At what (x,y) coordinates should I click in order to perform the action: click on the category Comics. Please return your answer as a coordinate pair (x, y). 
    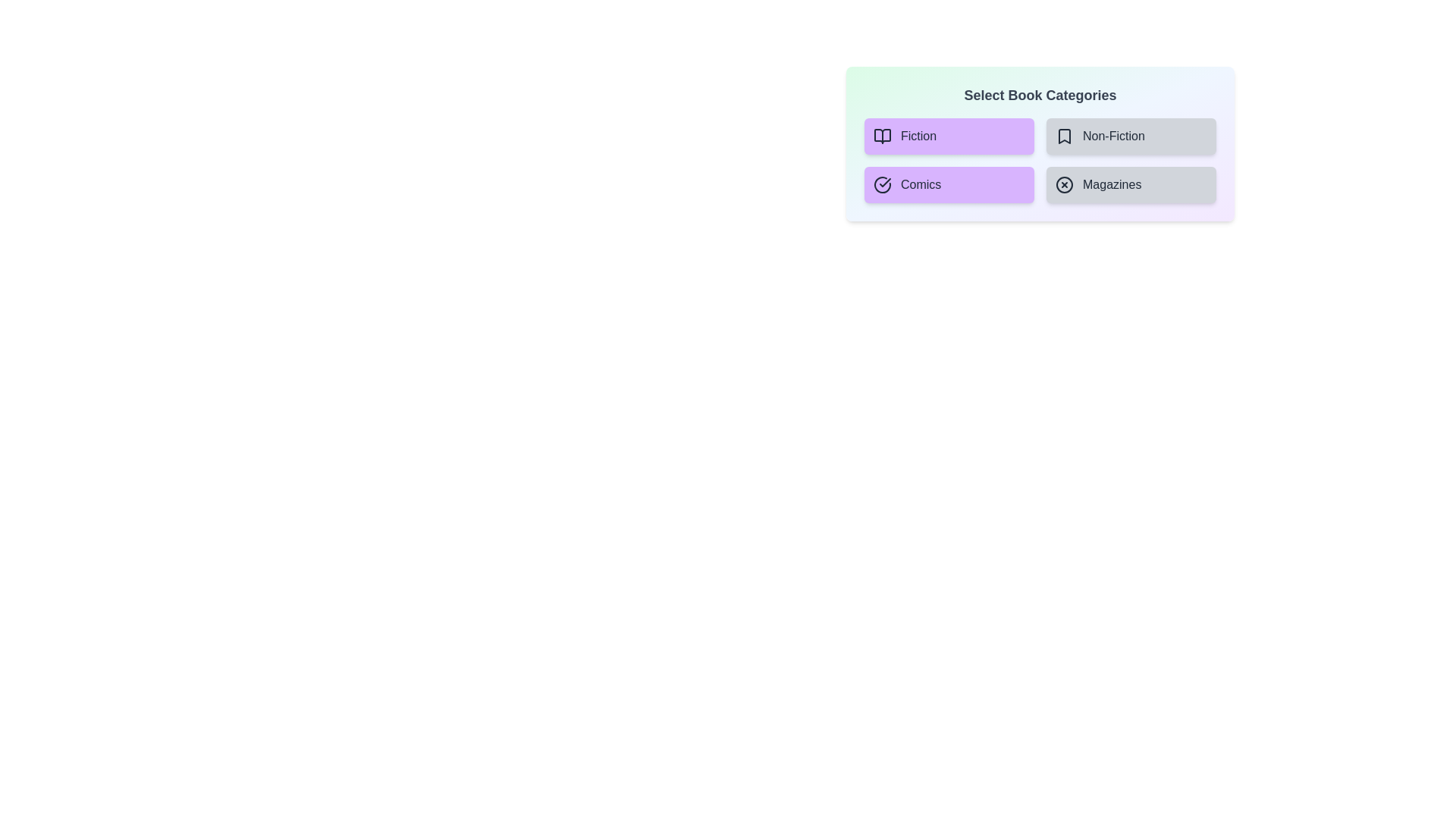
    Looking at the image, I should click on (949, 184).